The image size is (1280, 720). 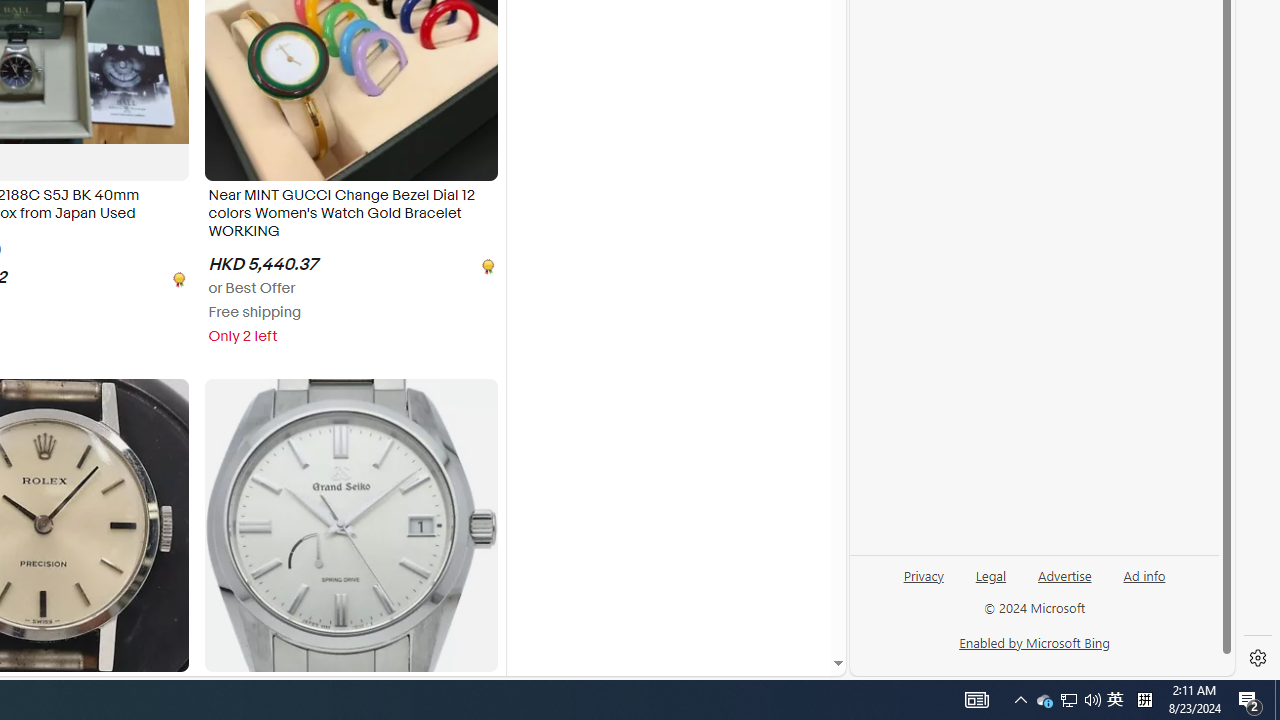 I want to click on '[object Undefined]', so click(x=486, y=264).